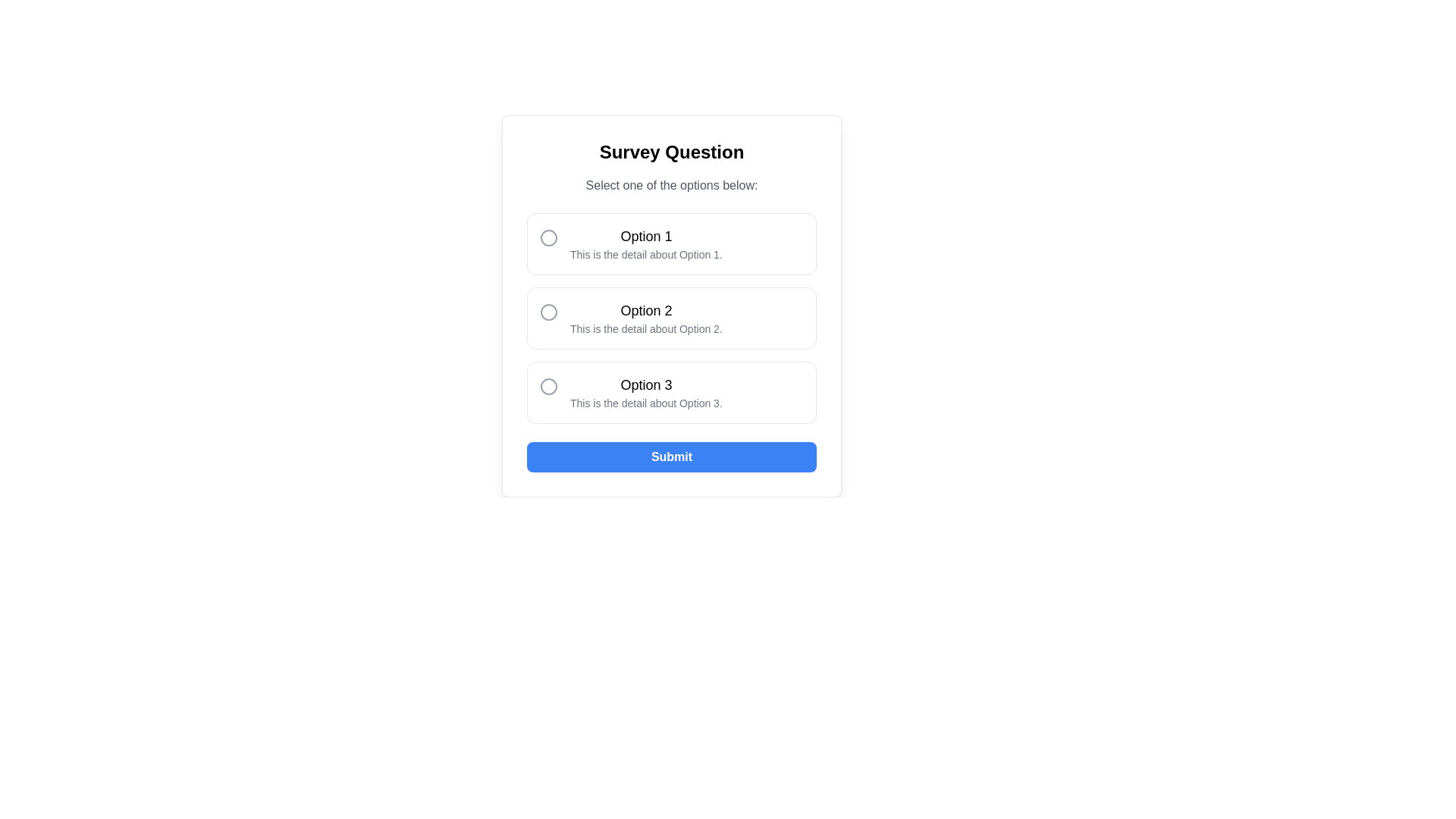  Describe the element at coordinates (548, 237) in the screenshot. I see `the circular part of the radio button for selecting 'Option 1', which is located adjacent to the left of the 'Option 1' label text` at that location.